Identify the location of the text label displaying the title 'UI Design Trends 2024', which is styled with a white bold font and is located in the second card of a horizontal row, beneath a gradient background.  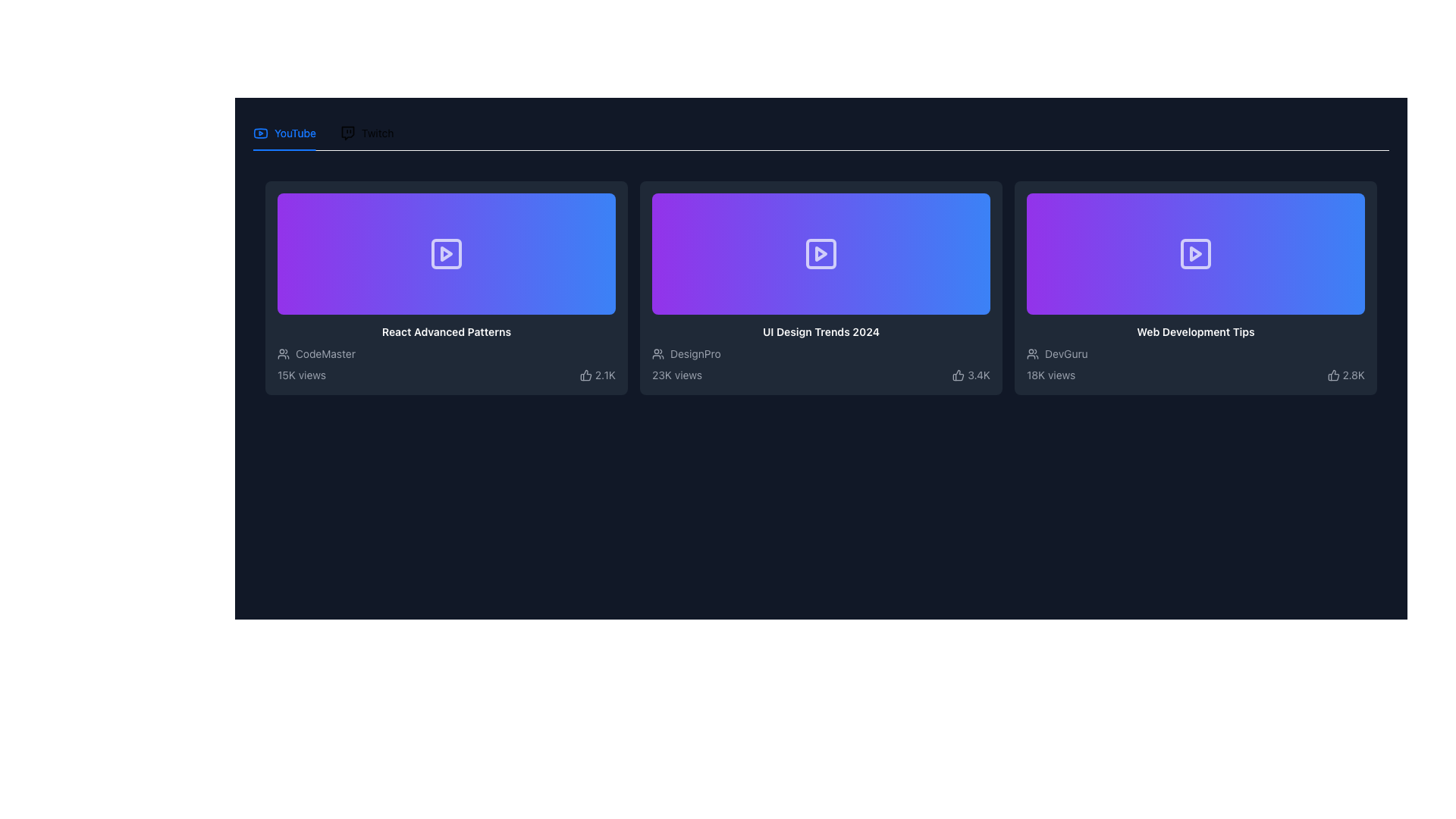
(821, 331).